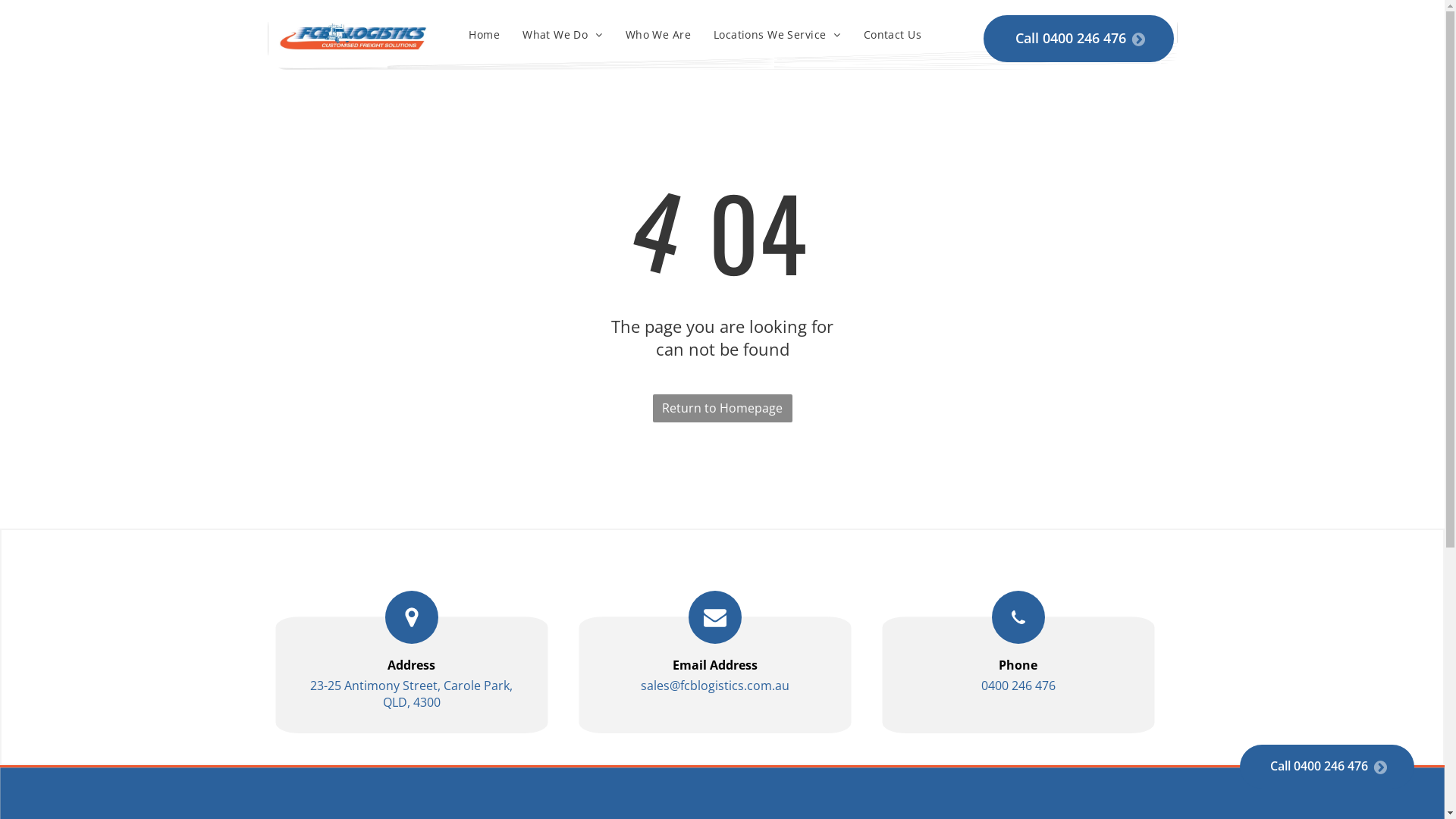 The width and height of the screenshot is (1456, 819). I want to click on 'Return to Homepage', so click(720, 407).